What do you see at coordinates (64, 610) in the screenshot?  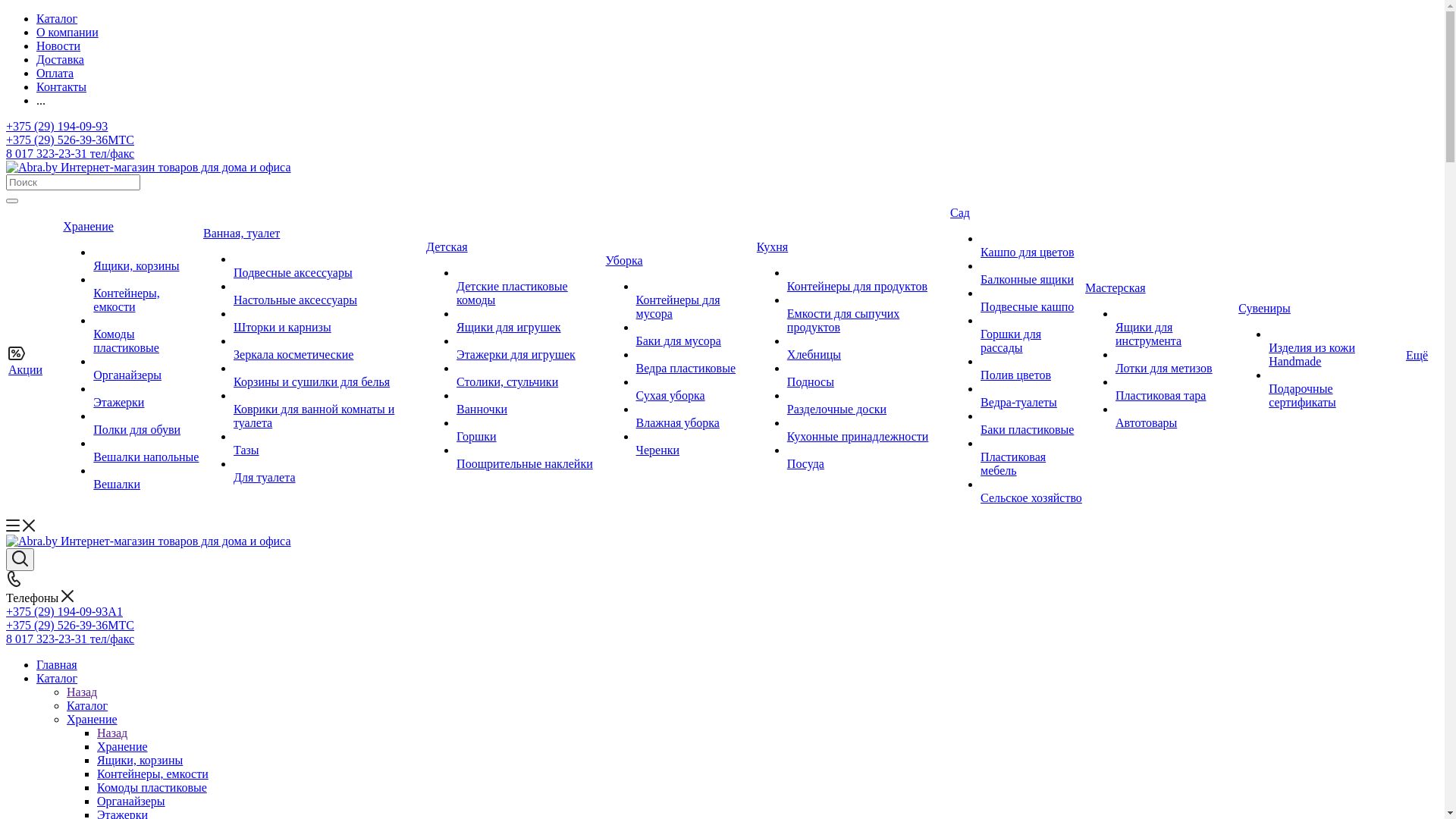 I see `'+375 (29) 194-09-93A1'` at bounding box center [64, 610].